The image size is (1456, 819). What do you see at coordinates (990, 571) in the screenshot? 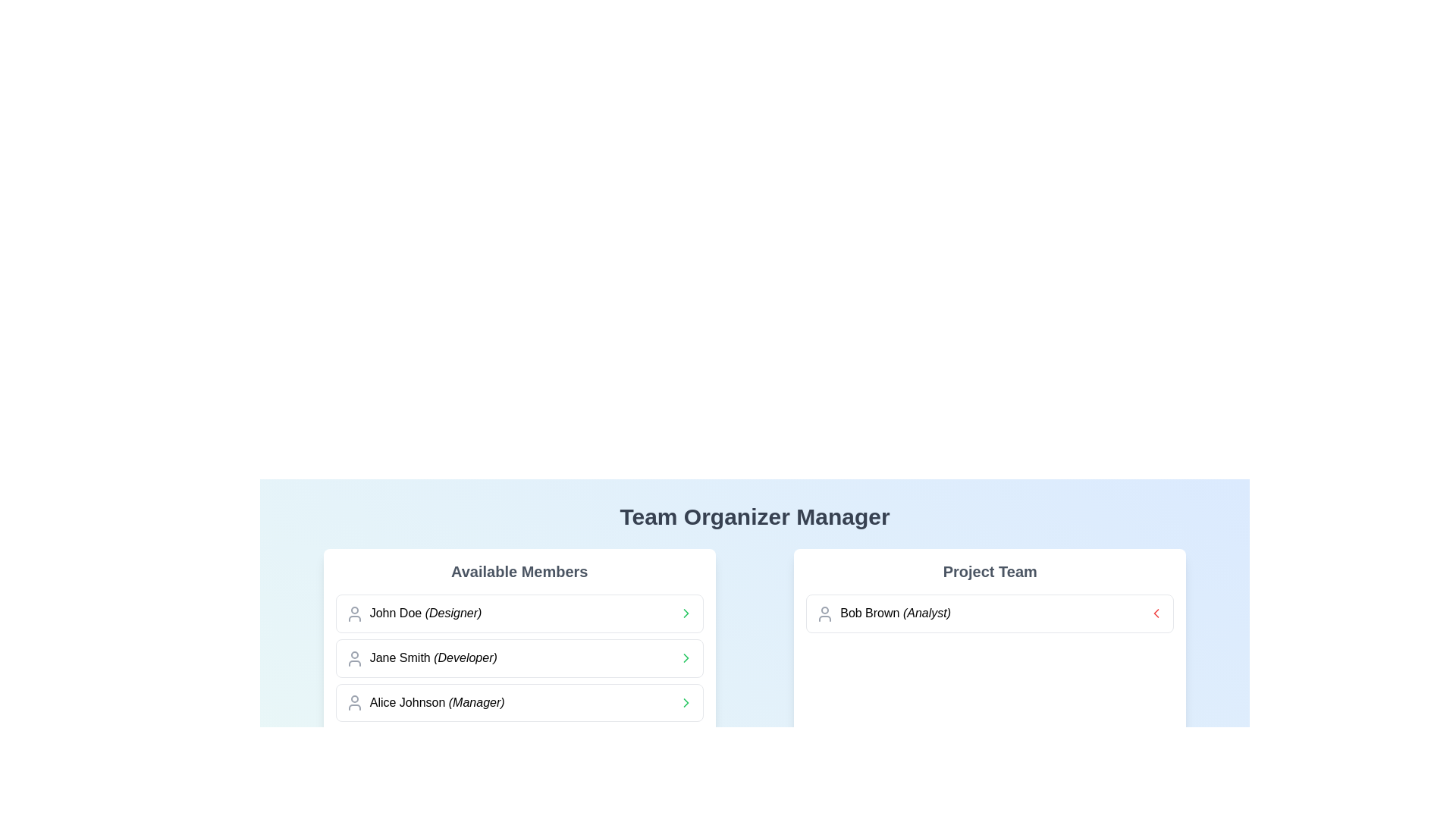
I see `the 'Project Team' heading, which is styled in bold and gray, located at the top of the card containing team members` at bounding box center [990, 571].